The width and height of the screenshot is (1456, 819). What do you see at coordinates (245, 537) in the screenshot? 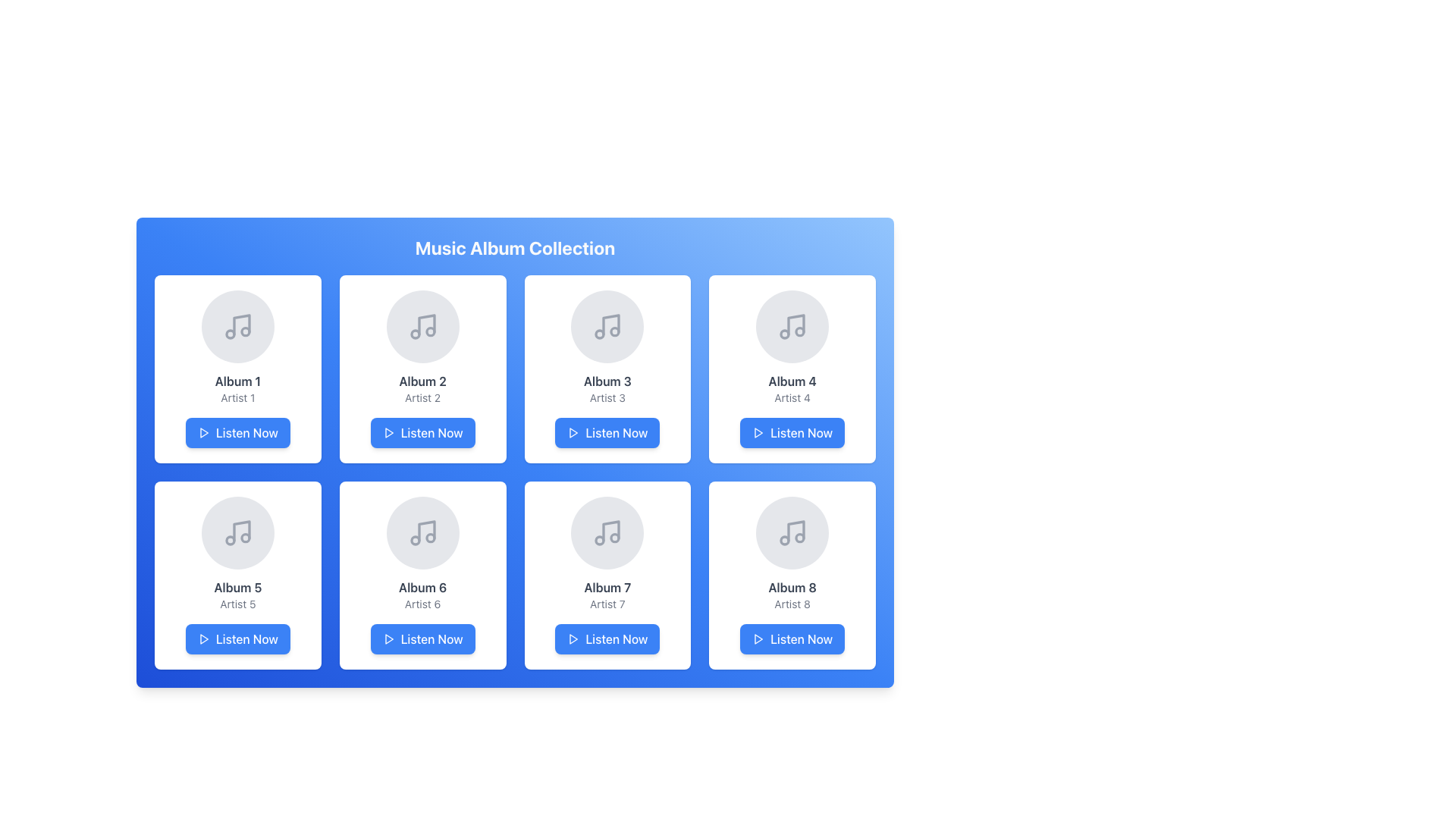
I see `the rightmost small circle of the music note icon located at the top-right corner of the Album 5 card in the album grid` at bounding box center [245, 537].